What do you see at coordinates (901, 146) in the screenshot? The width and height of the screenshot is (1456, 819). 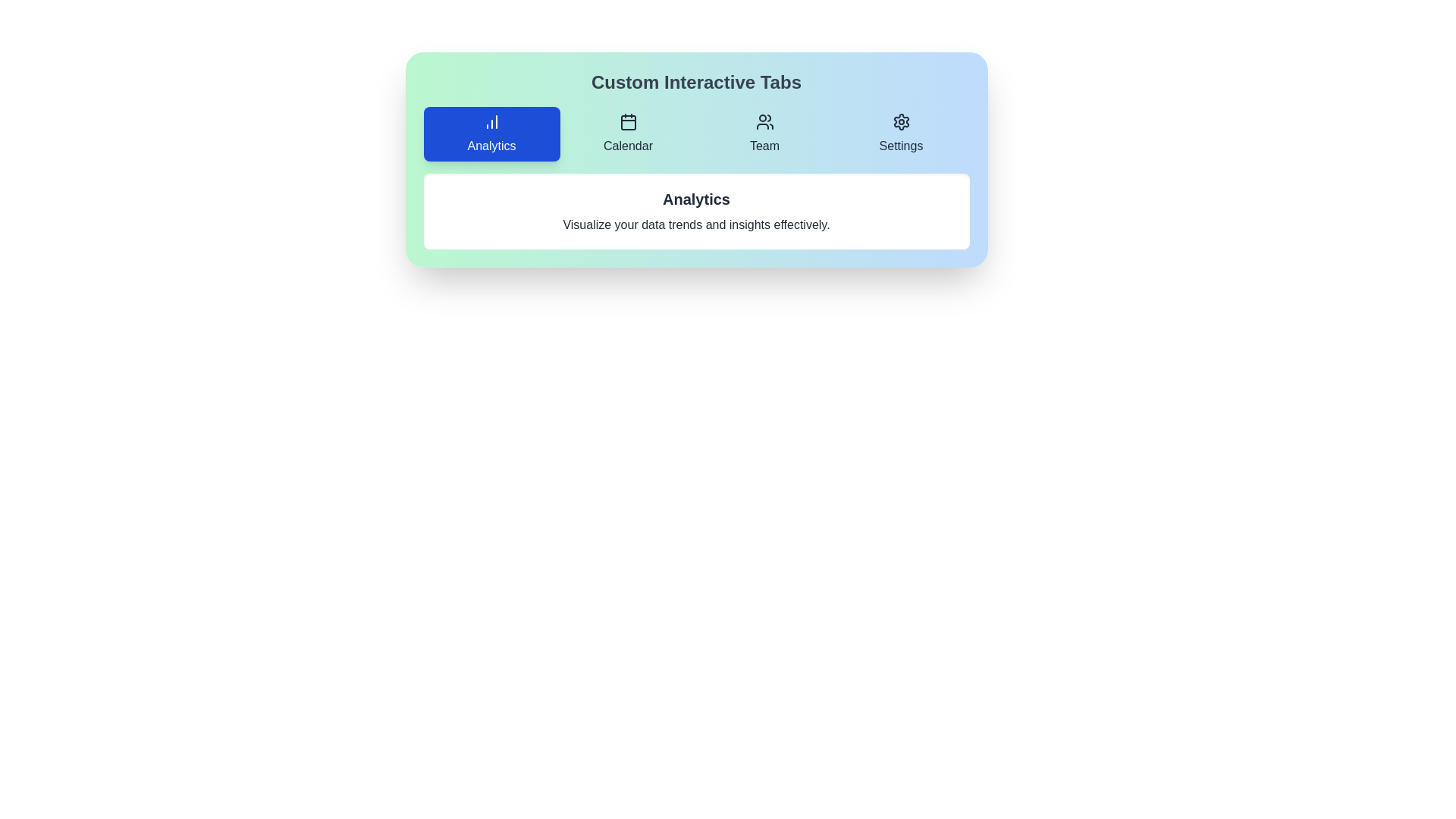 I see `the Text label that provides context for the 'Settings' icon located under the gear icon on the right side of the horizontal navigation bar at the top of the interface` at bounding box center [901, 146].